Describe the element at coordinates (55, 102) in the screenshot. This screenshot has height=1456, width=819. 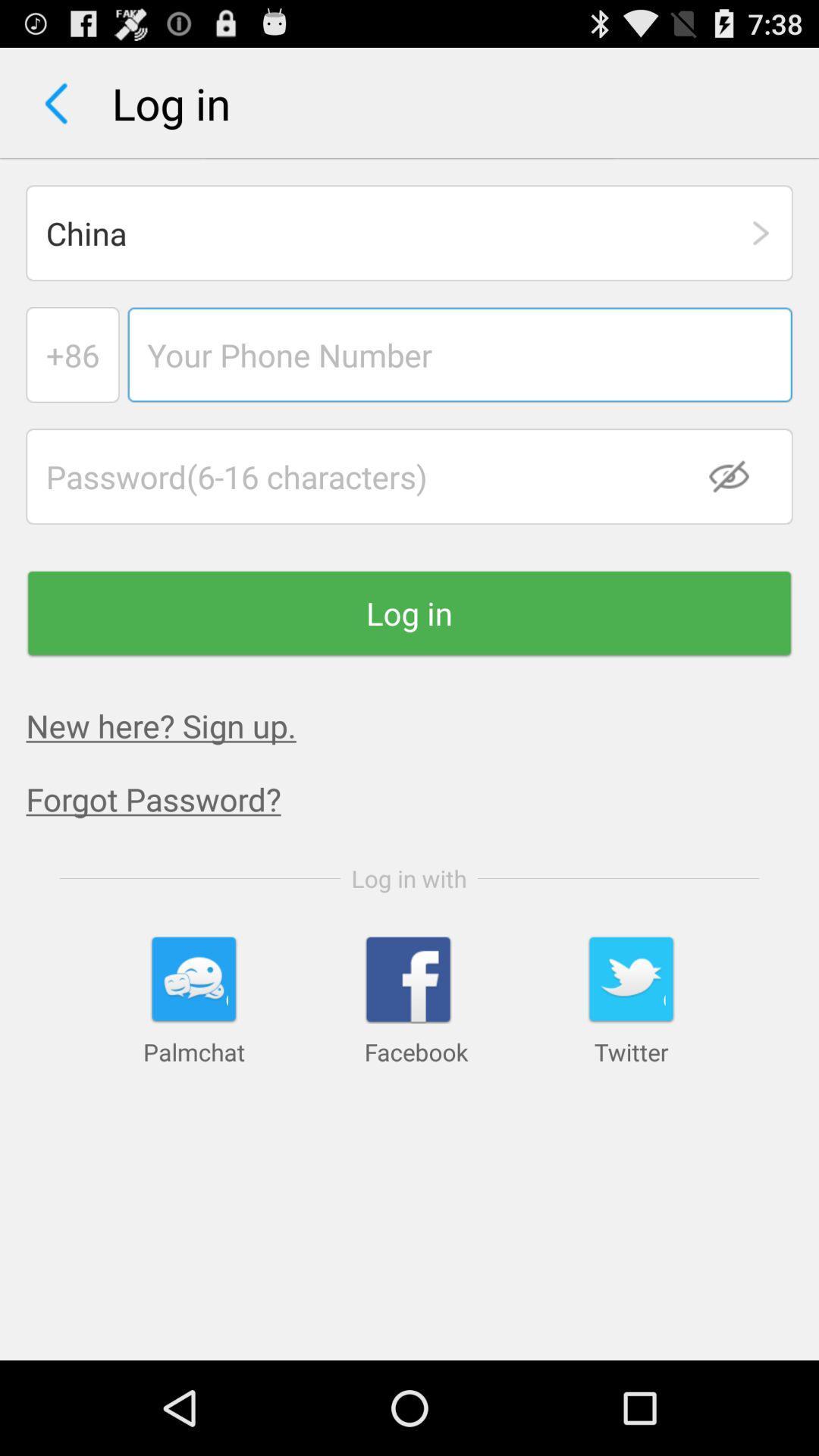
I see `return to previous page` at that location.